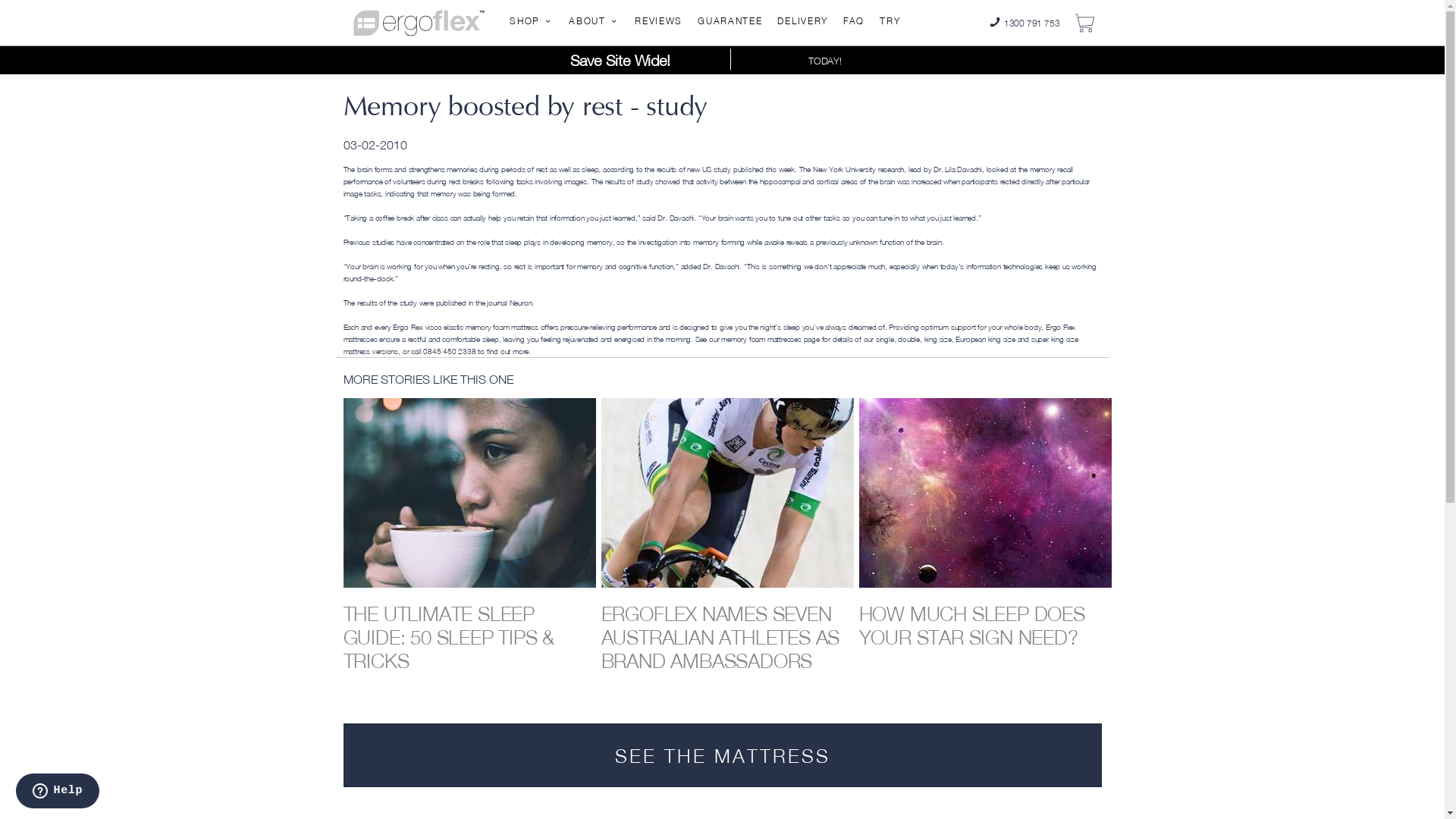 This screenshot has height=819, width=1456. What do you see at coordinates (689, 20) in the screenshot?
I see `'GUARANTEE'` at bounding box center [689, 20].